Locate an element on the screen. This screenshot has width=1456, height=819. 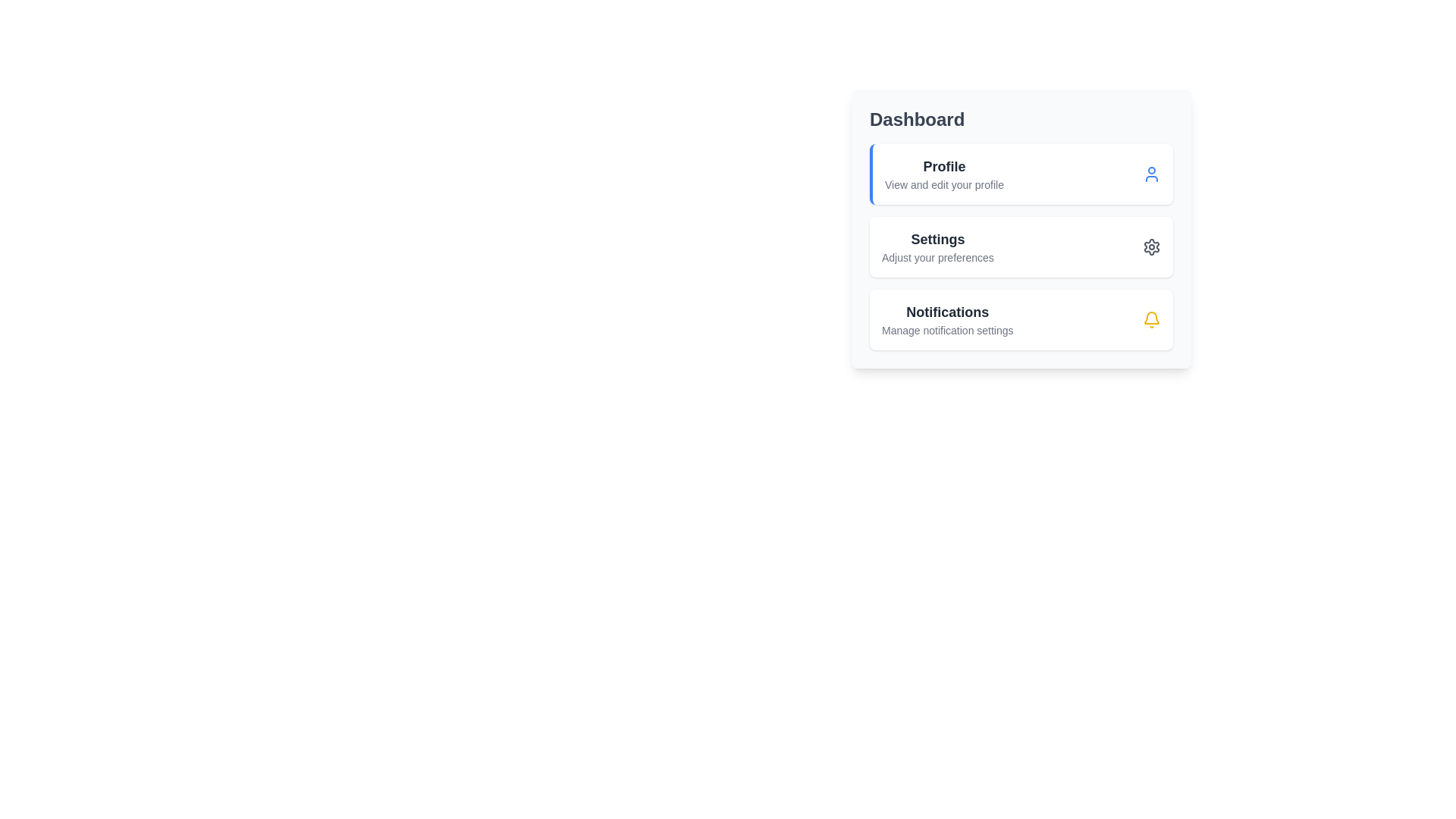
the static text element displaying 'Manage notification settings' located beneath the 'Notifications' title in the 'Dashboard' card is located at coordinates (946, 329).